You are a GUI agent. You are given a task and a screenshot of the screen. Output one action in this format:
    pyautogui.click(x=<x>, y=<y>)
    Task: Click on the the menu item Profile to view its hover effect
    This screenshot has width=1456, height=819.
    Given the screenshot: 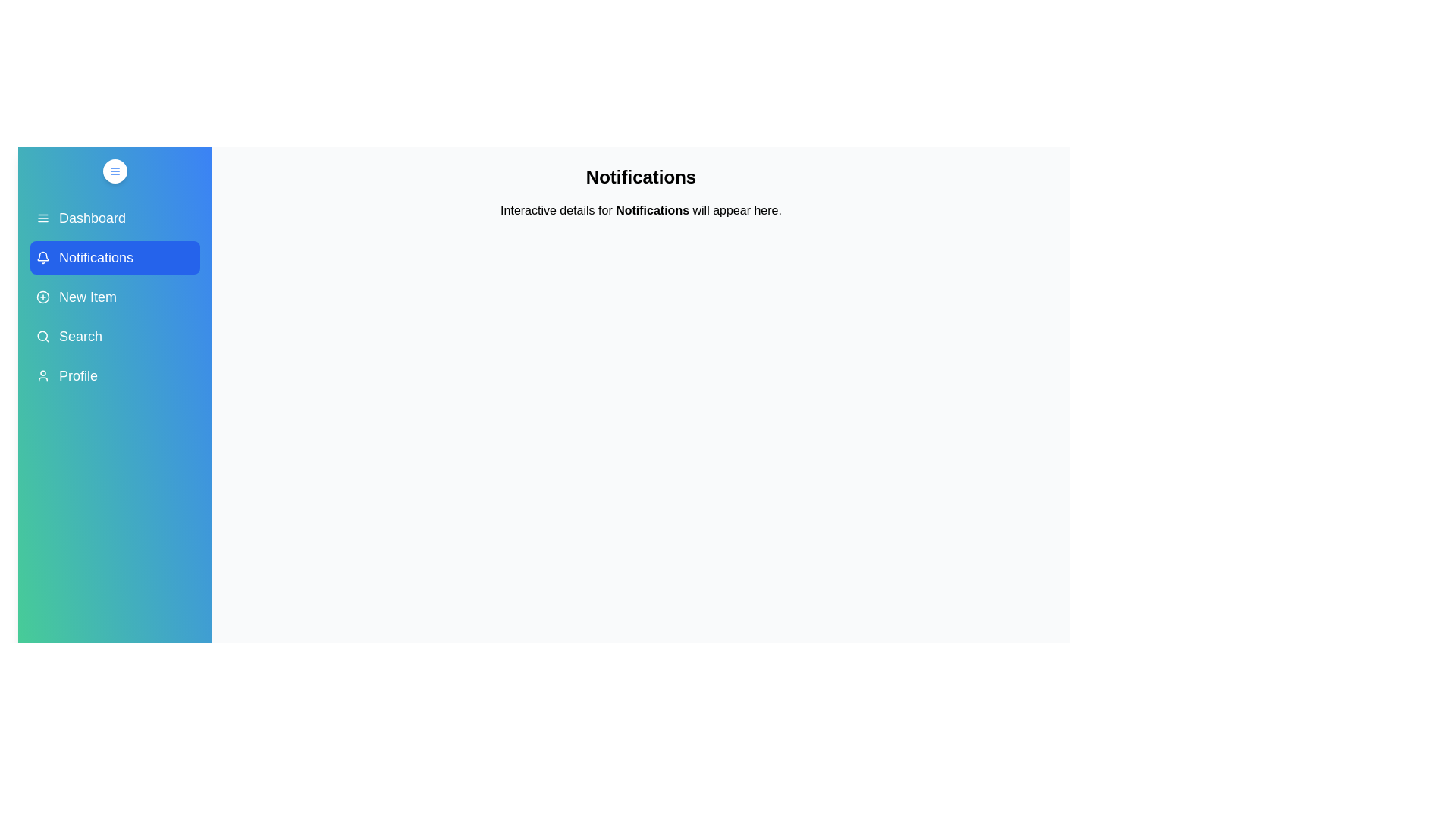 What is the action you would take?
    pyautogui.click(x=115, y=375)
    